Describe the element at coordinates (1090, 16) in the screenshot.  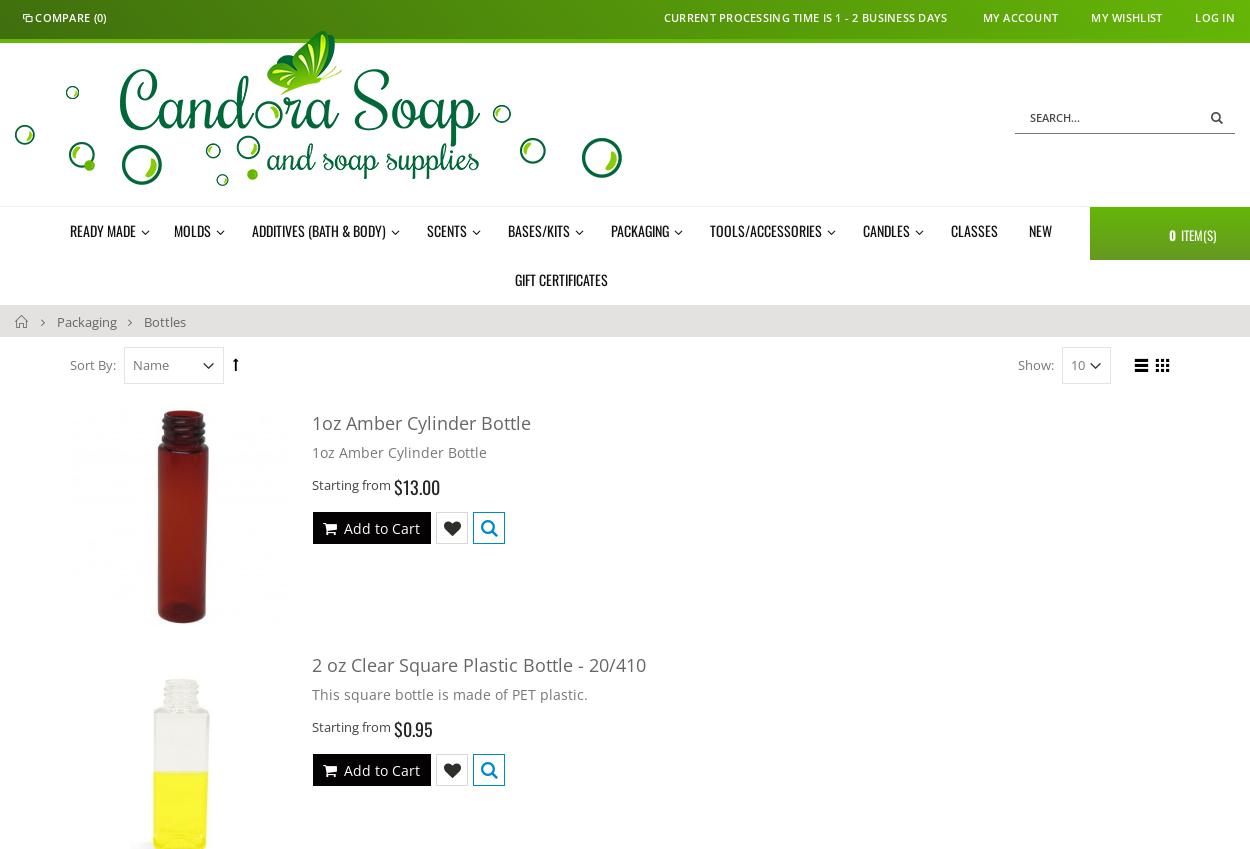
I see `'My Wishlist'` at that location.